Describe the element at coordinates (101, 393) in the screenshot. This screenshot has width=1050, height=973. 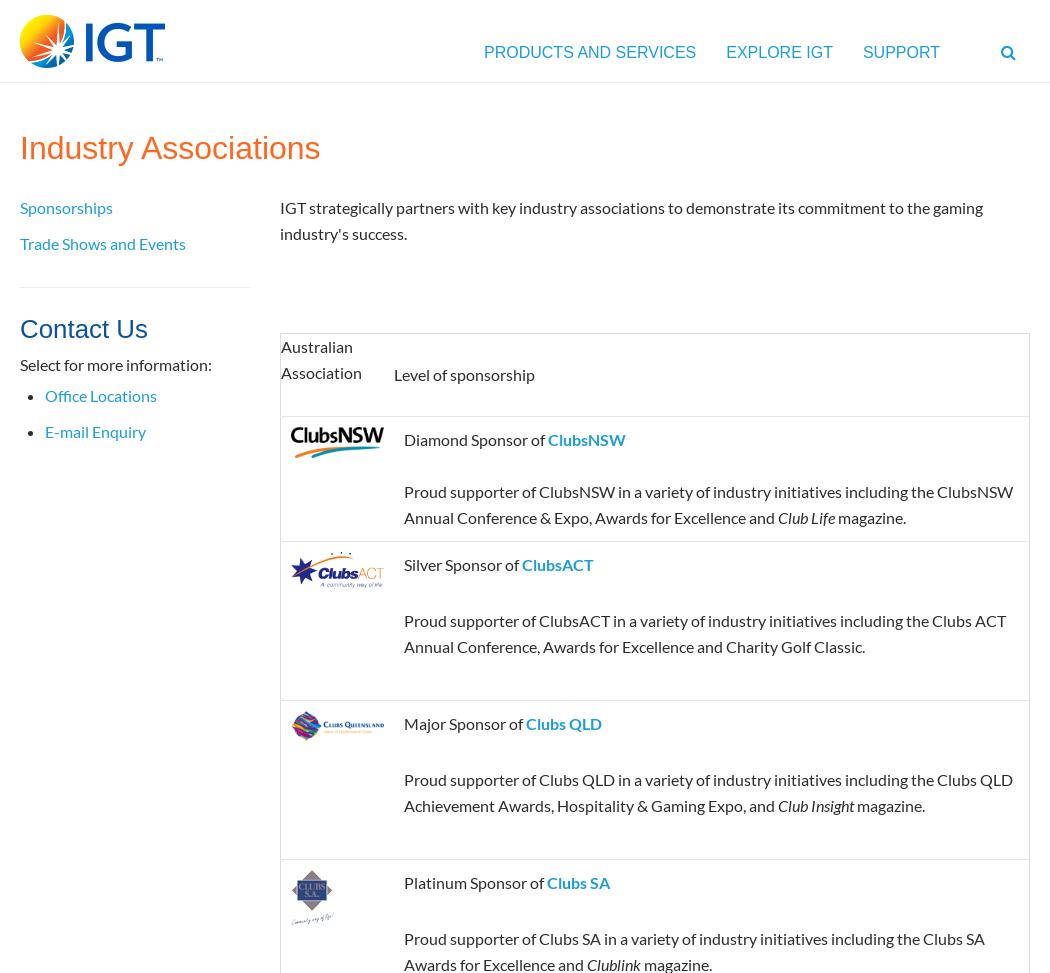
I see `'Office Locations'` at that location.